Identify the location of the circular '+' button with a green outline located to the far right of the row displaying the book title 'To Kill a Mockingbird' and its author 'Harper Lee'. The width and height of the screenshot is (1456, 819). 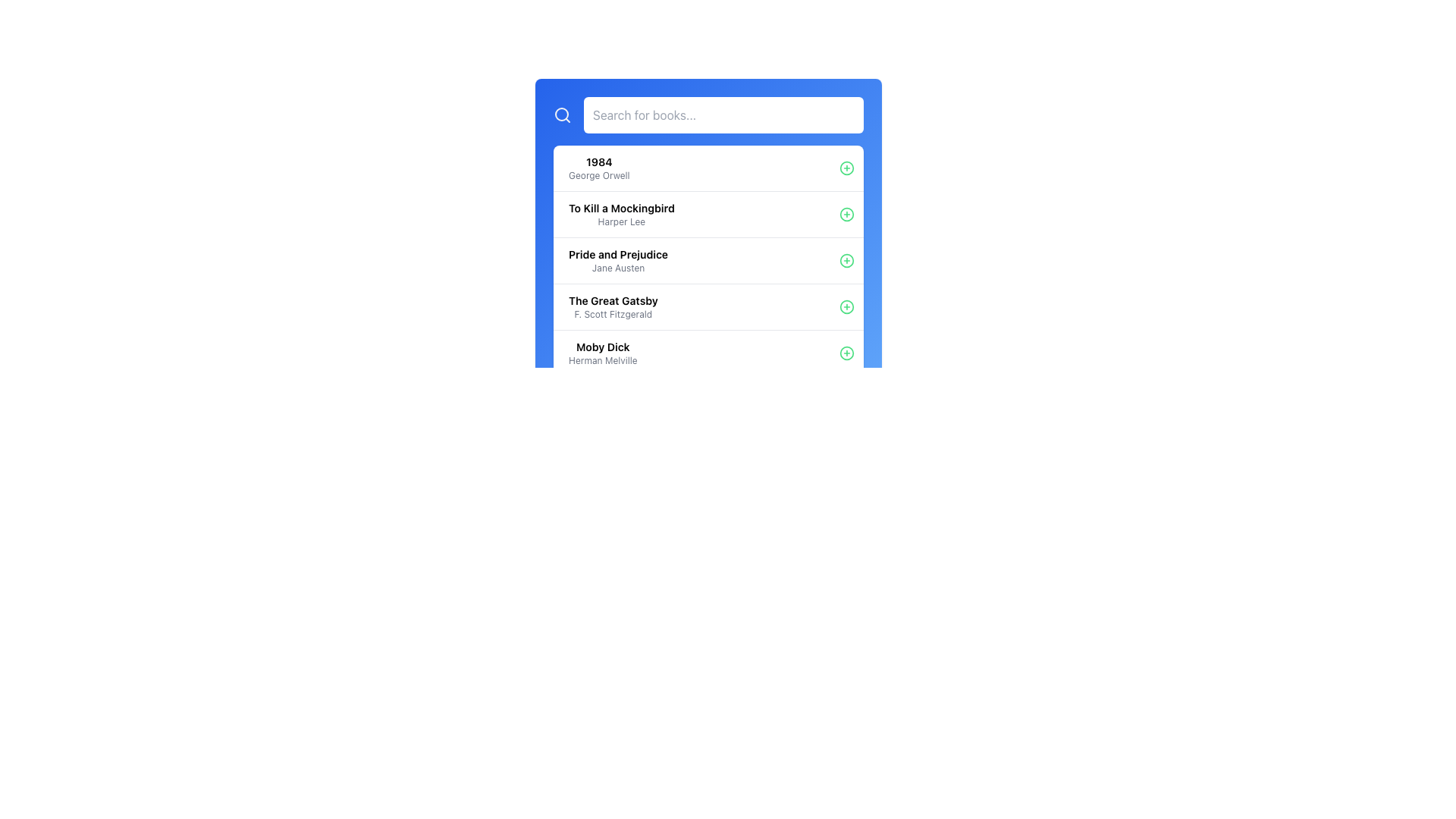
(846, 214).